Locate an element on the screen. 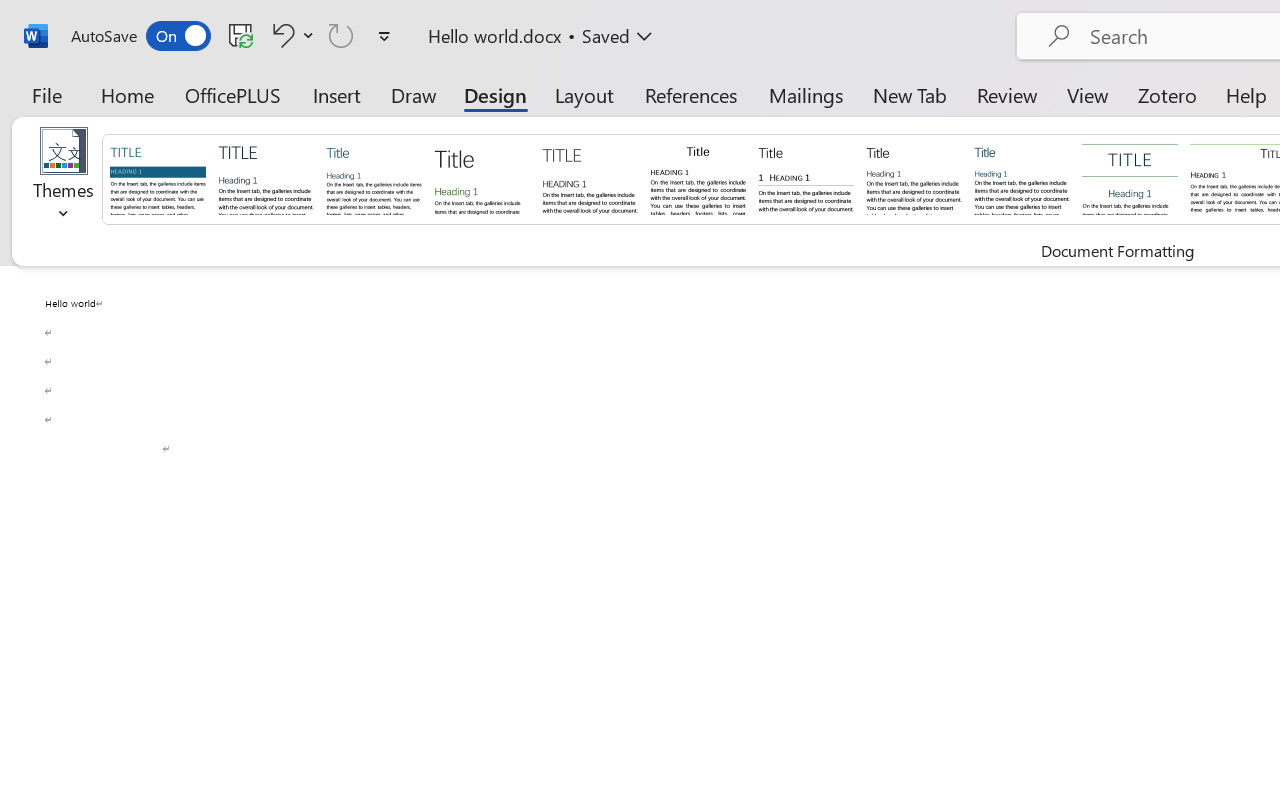 The image size is (1280, 800). 'Review' is located at coordinates (1007, 94).